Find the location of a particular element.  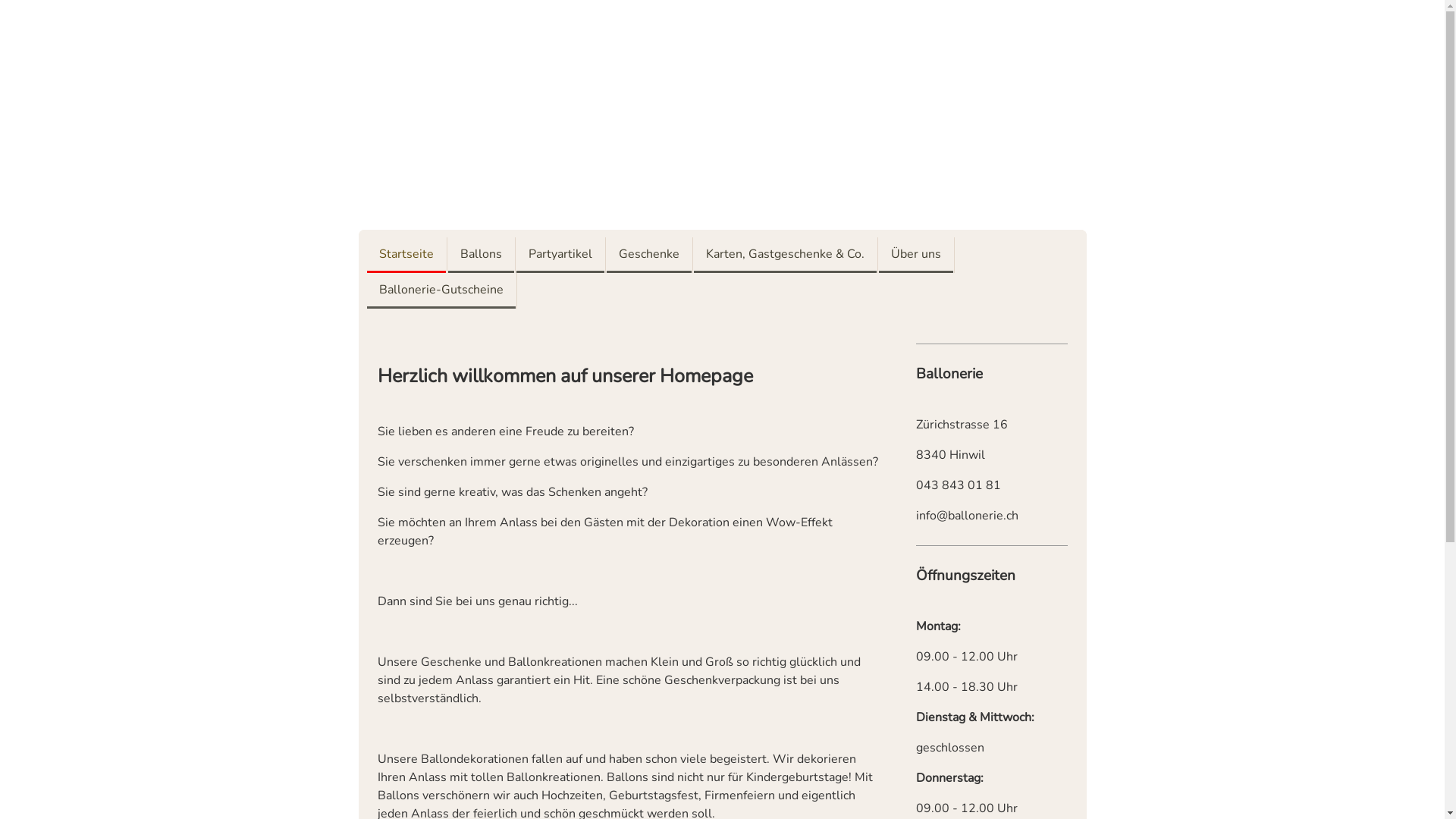

'Ballons' is located at coordinates (479, 254).